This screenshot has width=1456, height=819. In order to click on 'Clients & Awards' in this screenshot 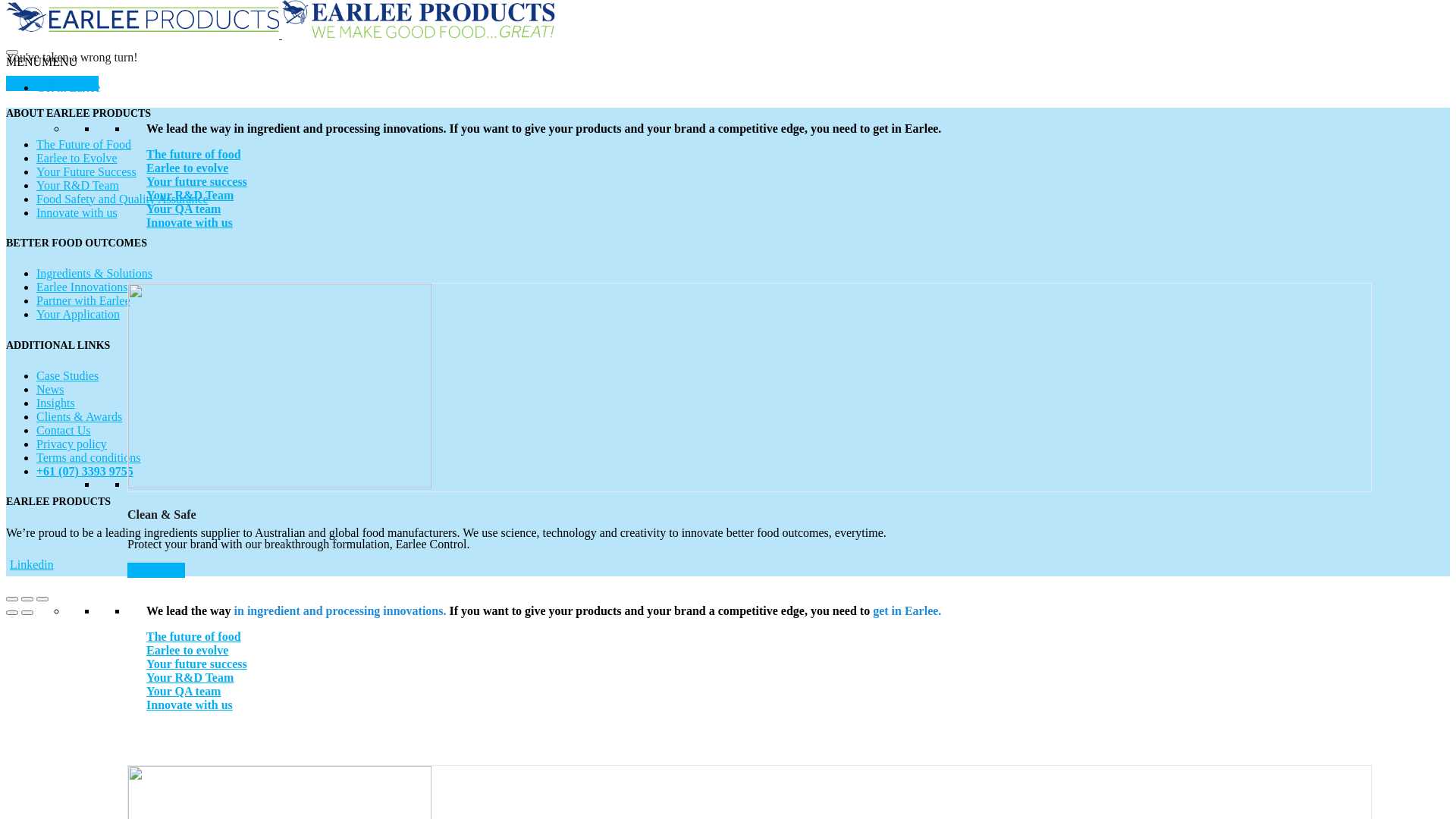, I will do `click(78, 416)`.